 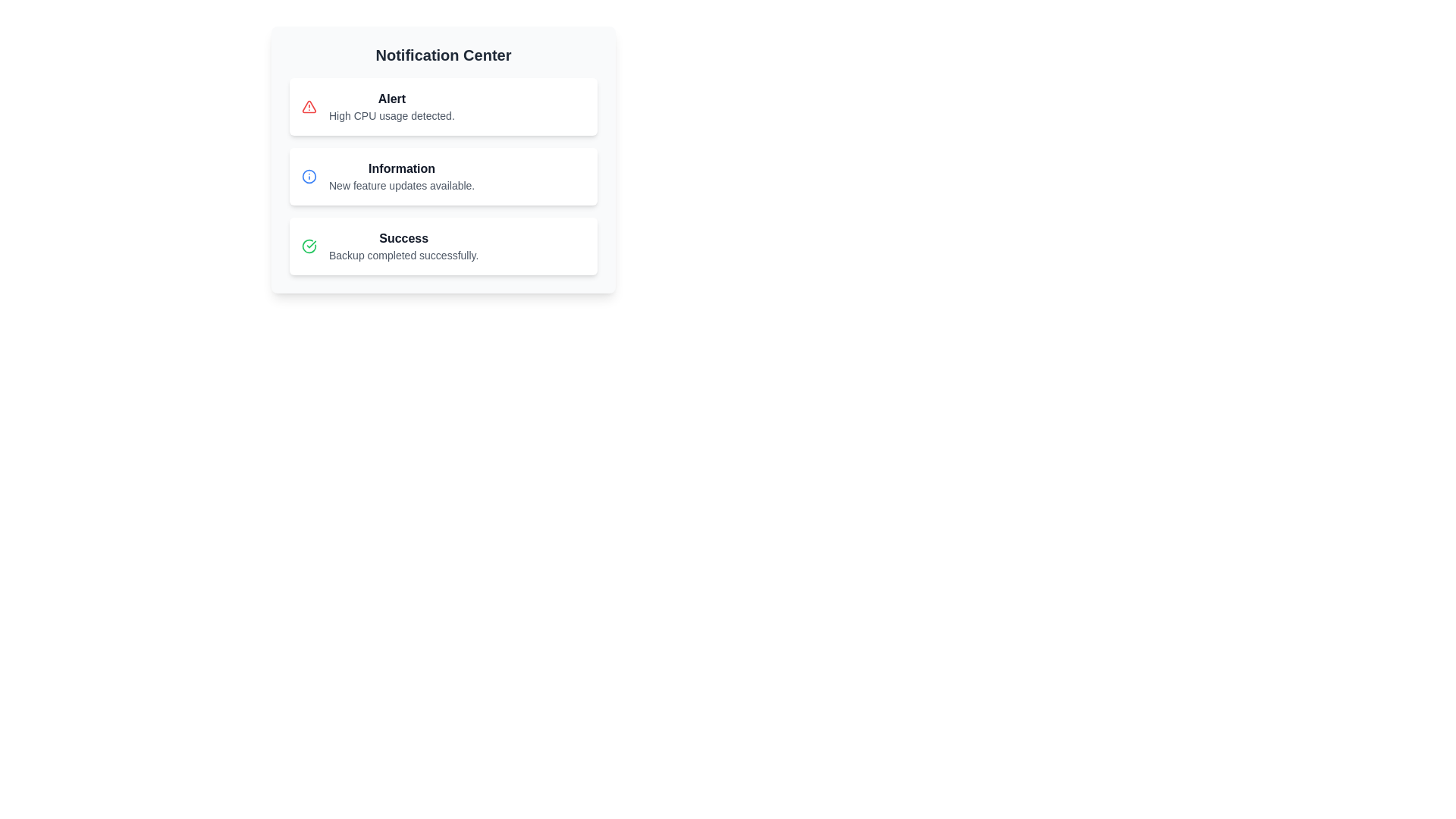 What do you see at coordinates (402, 175) in the screenshot?
I see `the second notification item in the Notification Center UI block, which displays important information about new feature updates` at bounding box center [402, 175].